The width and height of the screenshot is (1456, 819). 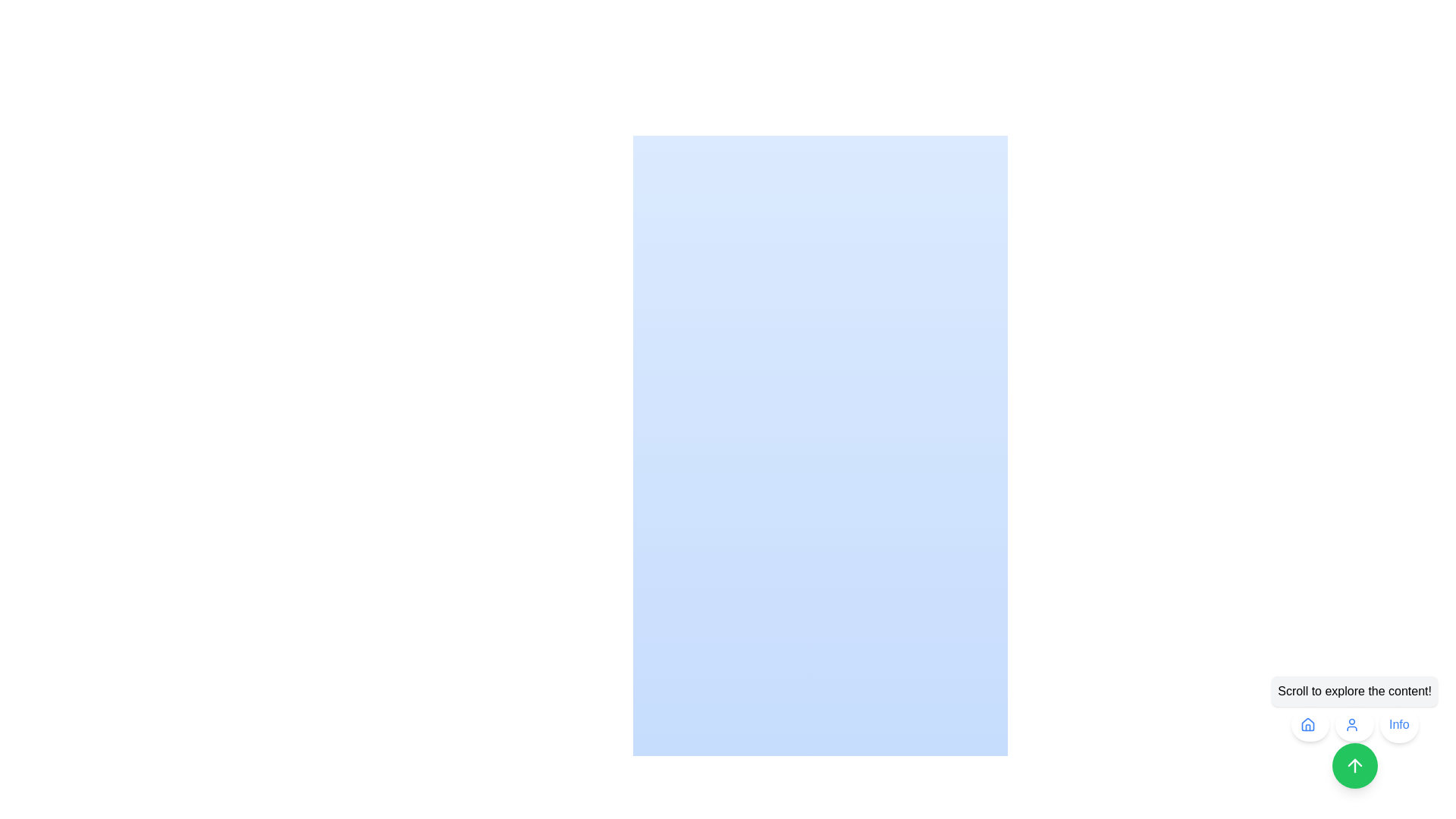 I want to click on the user icon, which is a simplified human figure with a blue circle for the head and a curved line for the shoulders, located in the second position among three circular buttons at the bottom-right of the interface, so click(x=1352, y=724).